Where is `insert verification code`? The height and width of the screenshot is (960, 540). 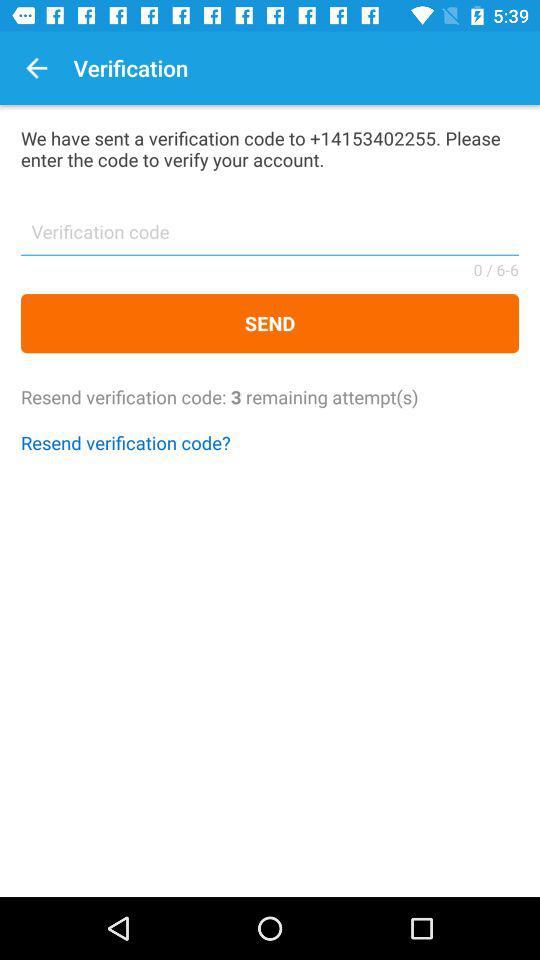 insert verification code is located at coordinates (270, 238).